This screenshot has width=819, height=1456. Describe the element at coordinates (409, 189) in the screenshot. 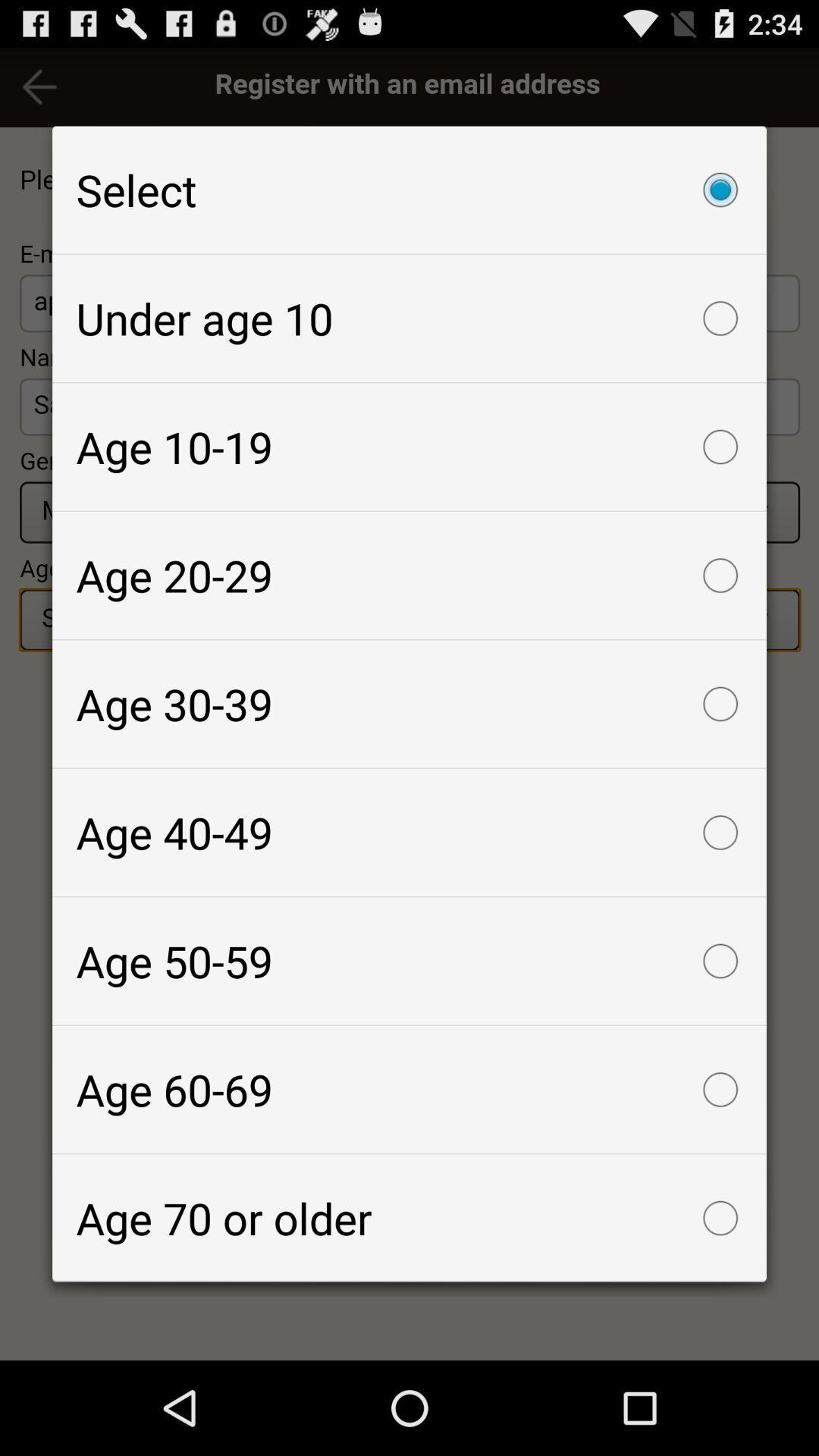

I see `select item` at that location.